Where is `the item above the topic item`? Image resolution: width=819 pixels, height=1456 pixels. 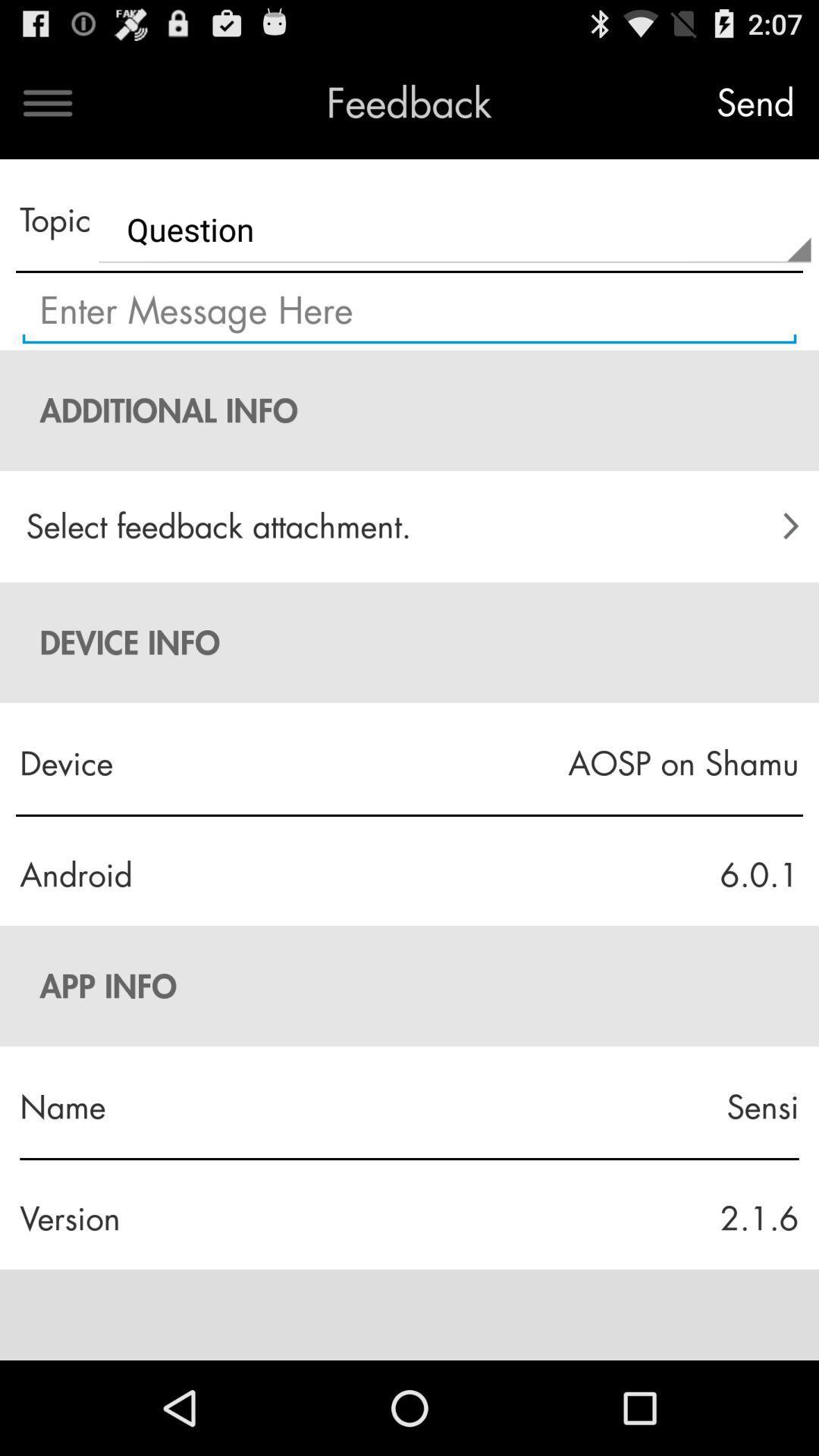
the item above the topic item is located at coordinates (46, 102).